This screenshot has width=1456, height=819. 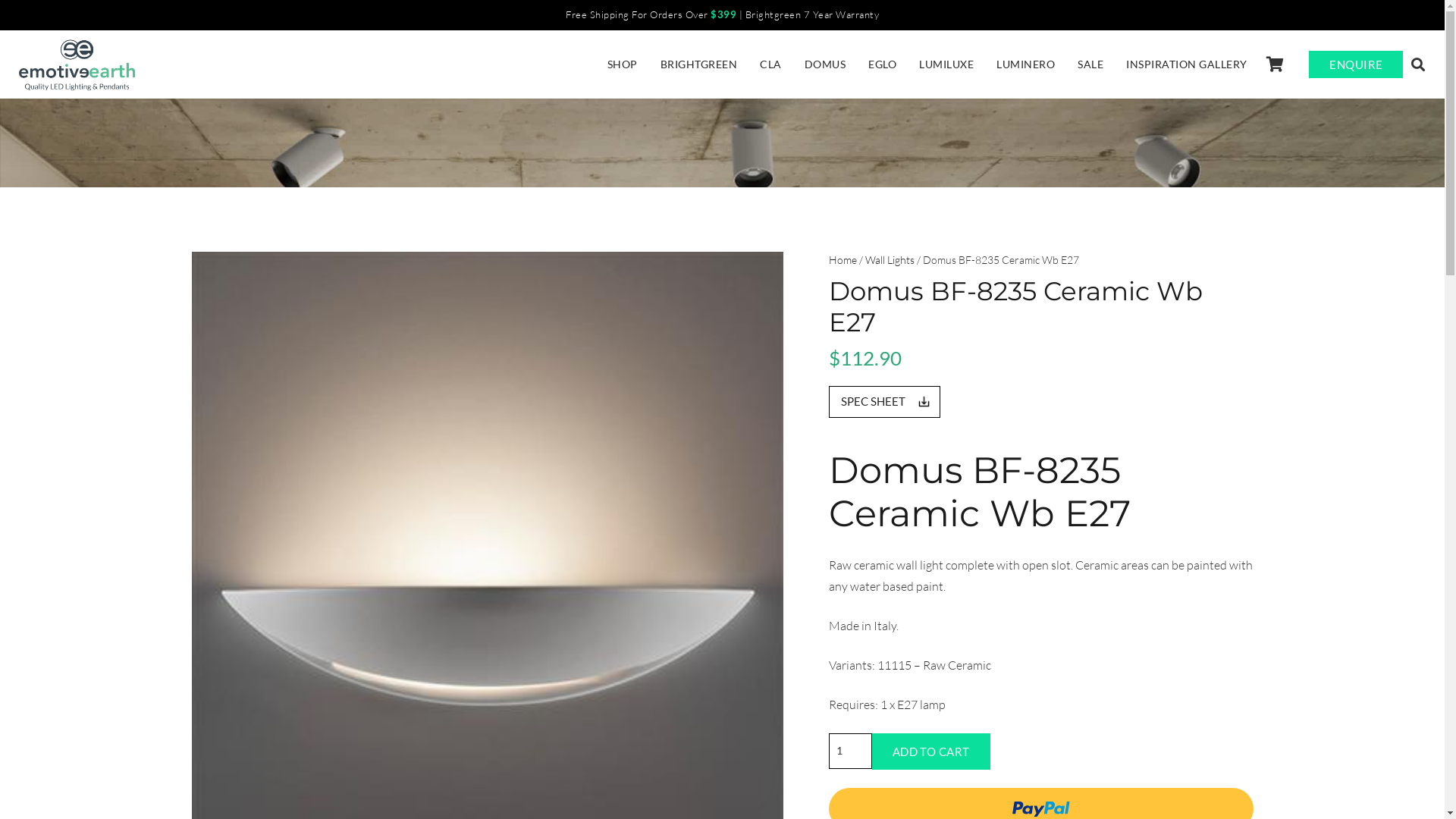 I want to click on 'LUMINERO', so click(x=1025, y=63).